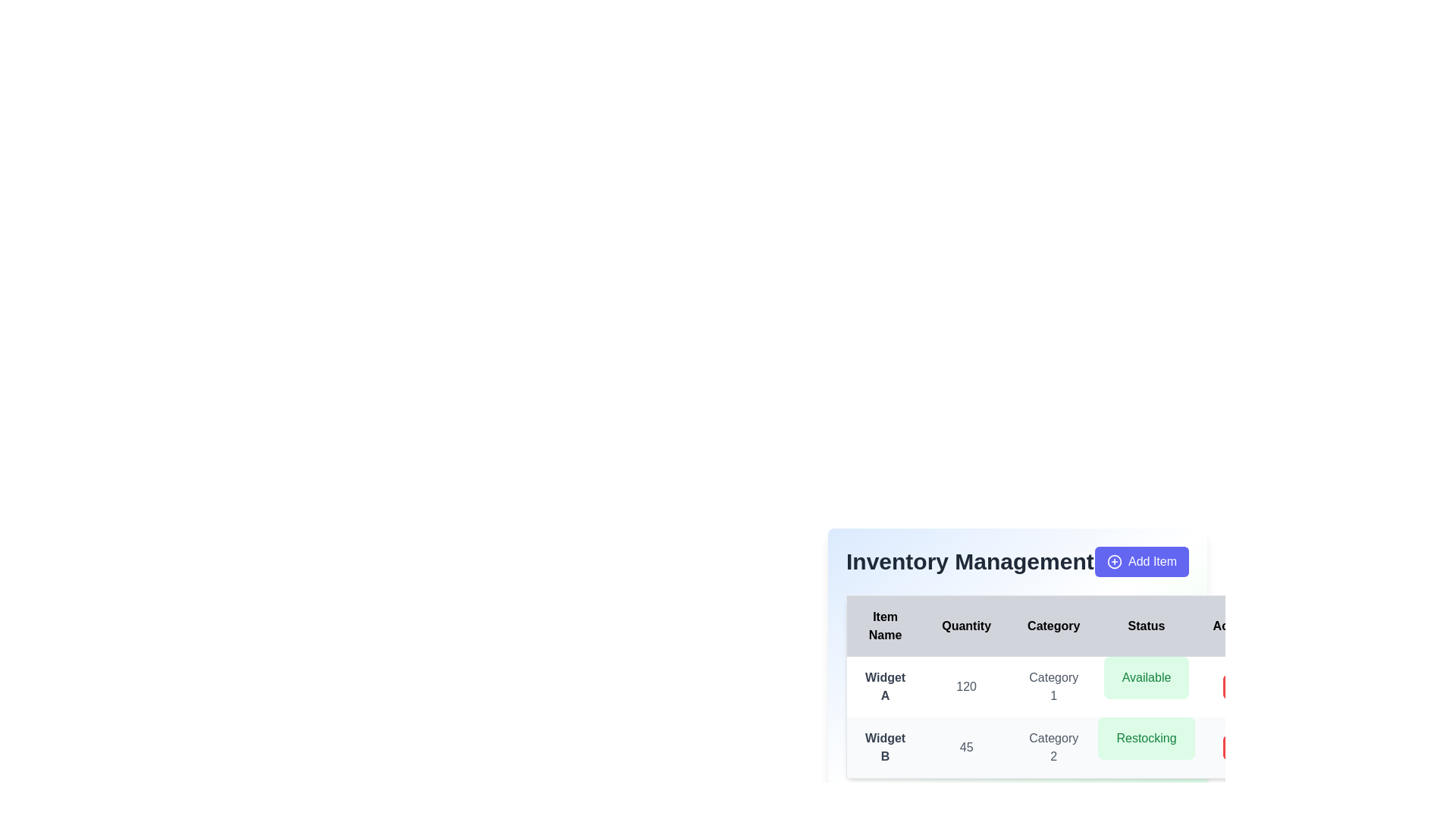 The width and height of the screenshot is (1456, 819). What do you see at coordinates (1053, 626) in the screenshot?
I see `the 'Category' text header` at bounding box center [1053, 626].